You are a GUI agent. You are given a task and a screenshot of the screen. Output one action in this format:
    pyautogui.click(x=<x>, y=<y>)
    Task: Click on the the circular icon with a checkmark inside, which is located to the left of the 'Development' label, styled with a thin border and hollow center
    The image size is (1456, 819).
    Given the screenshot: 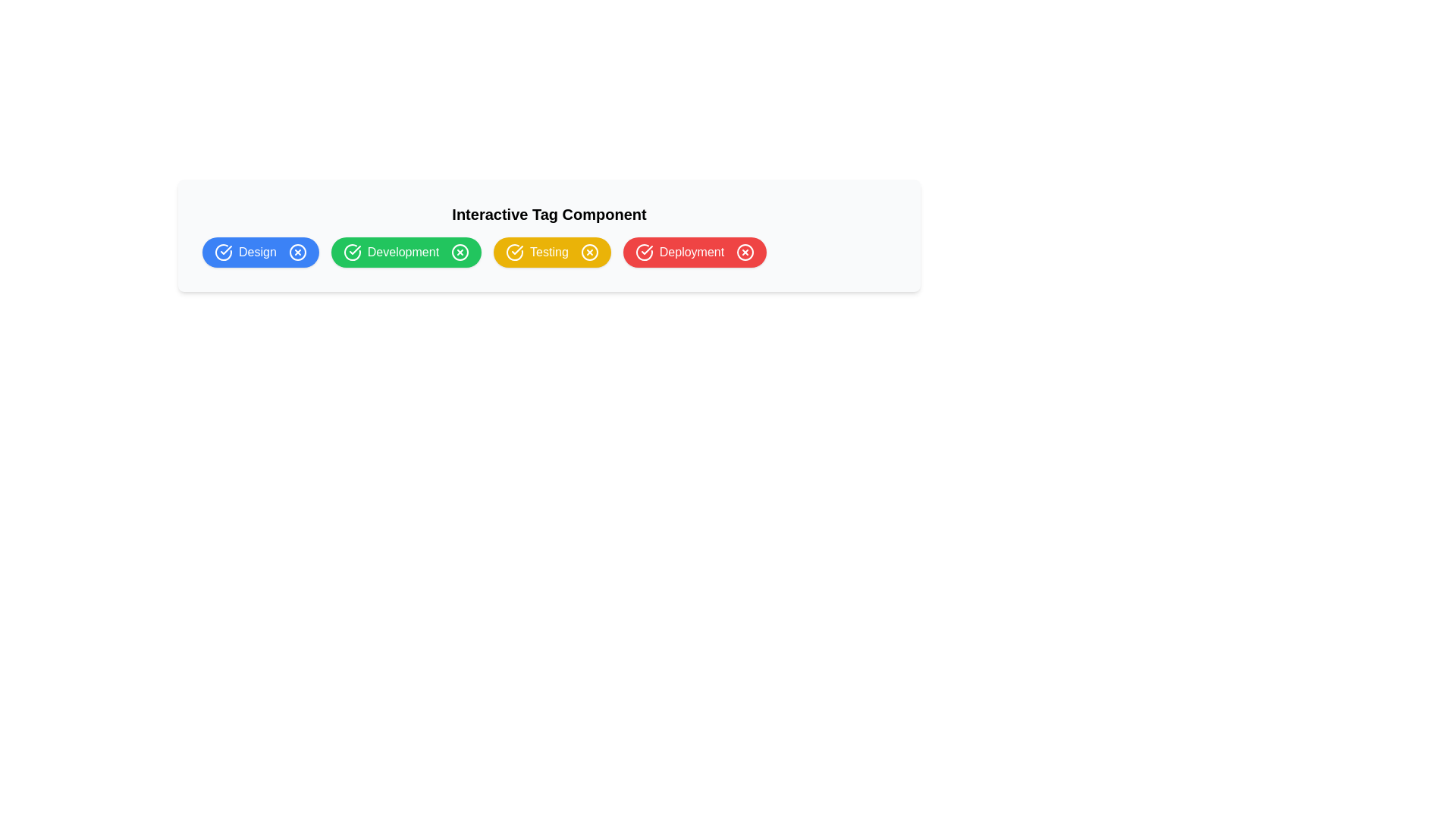 What is the action you would take?
    pyautogui.click(x=351, y=251)
    